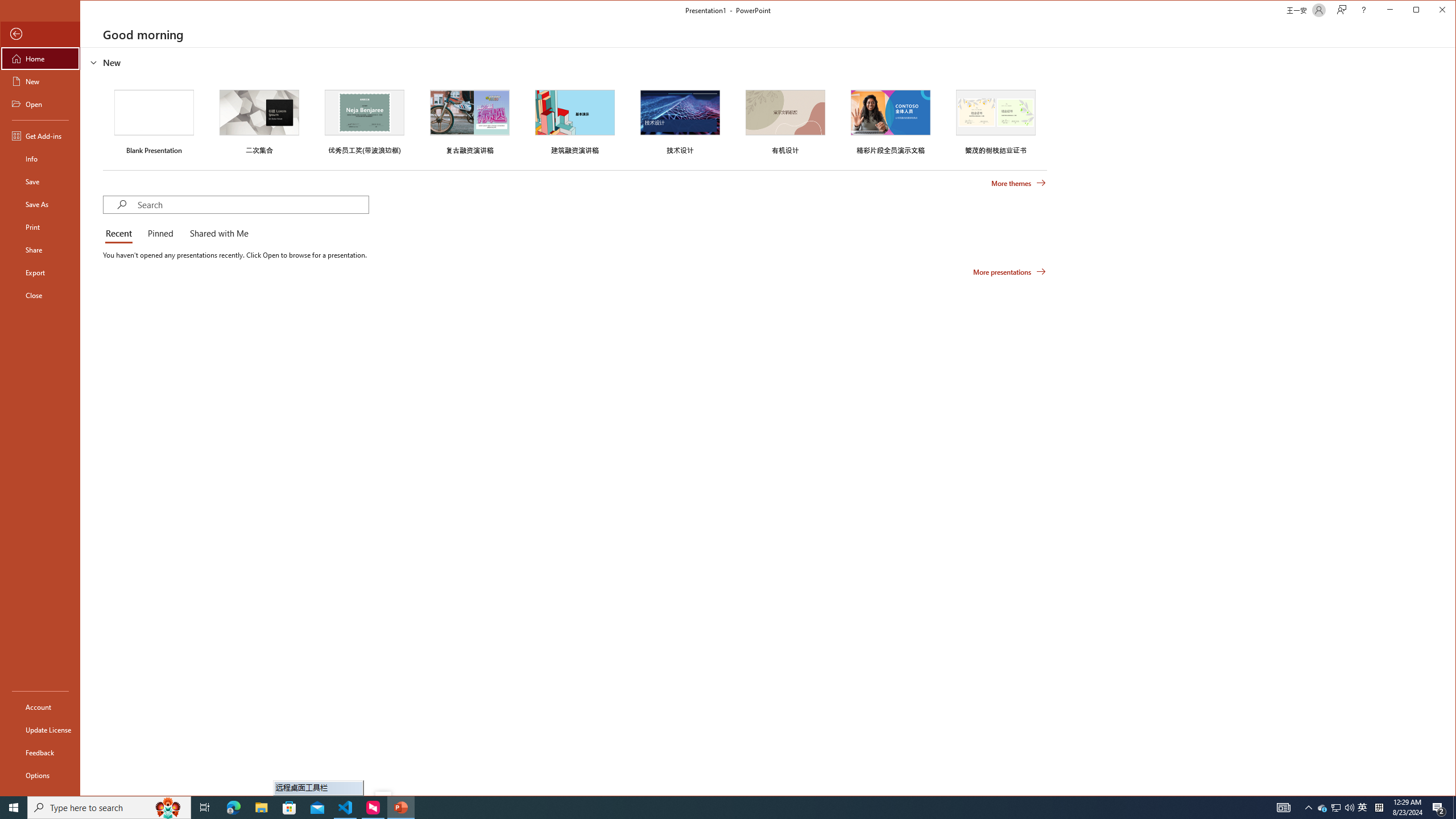  Describe the element at coordinates (121, 233) in the screenshot. I see `'Recent'` at that location.